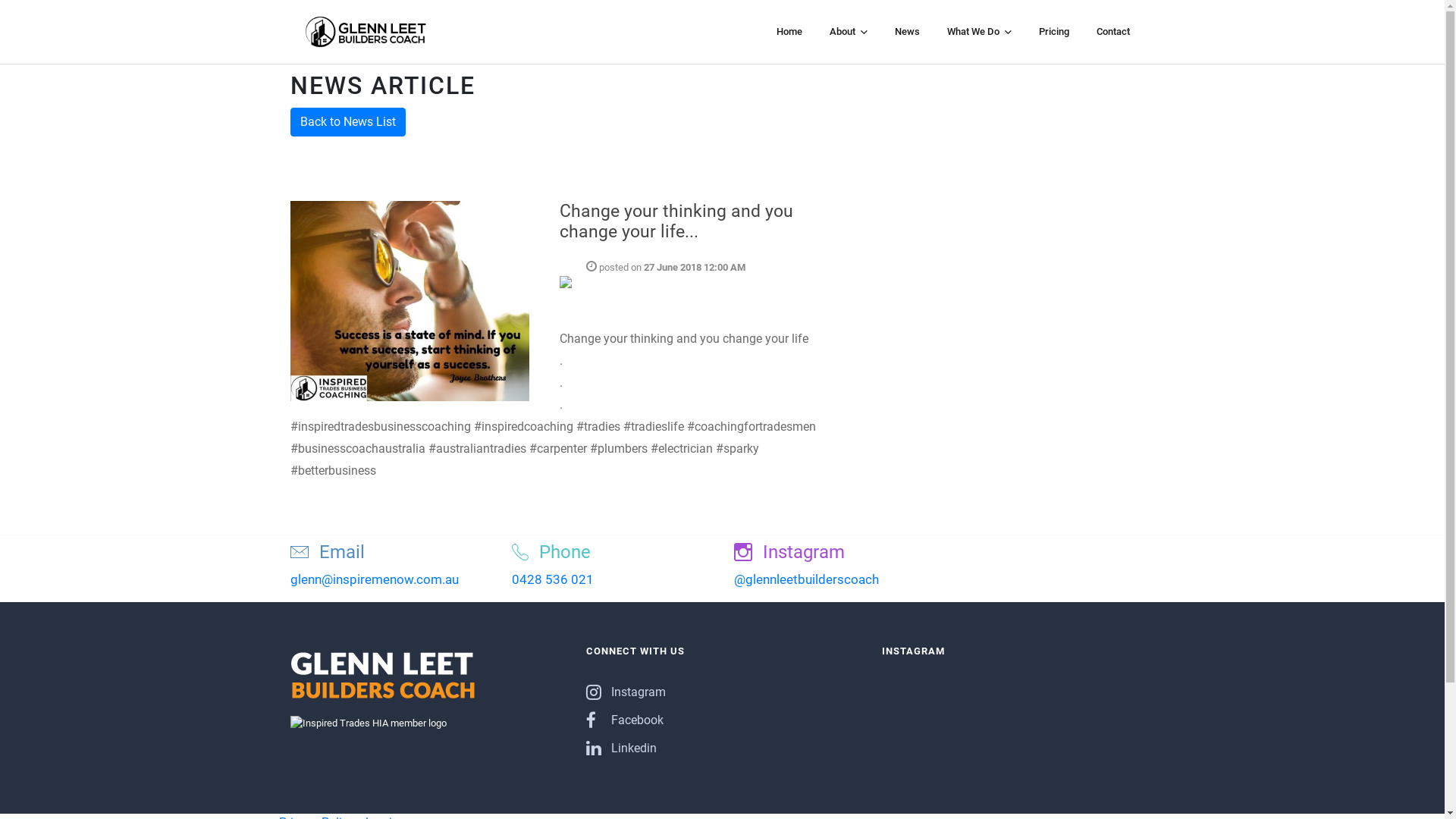 Image resolution: width=1456 pixels, height=819 pixels. What do you see at coordinates (552, 579) in the screenshot?
I see `'0428 536 021'` at bounding box center [552, 579].